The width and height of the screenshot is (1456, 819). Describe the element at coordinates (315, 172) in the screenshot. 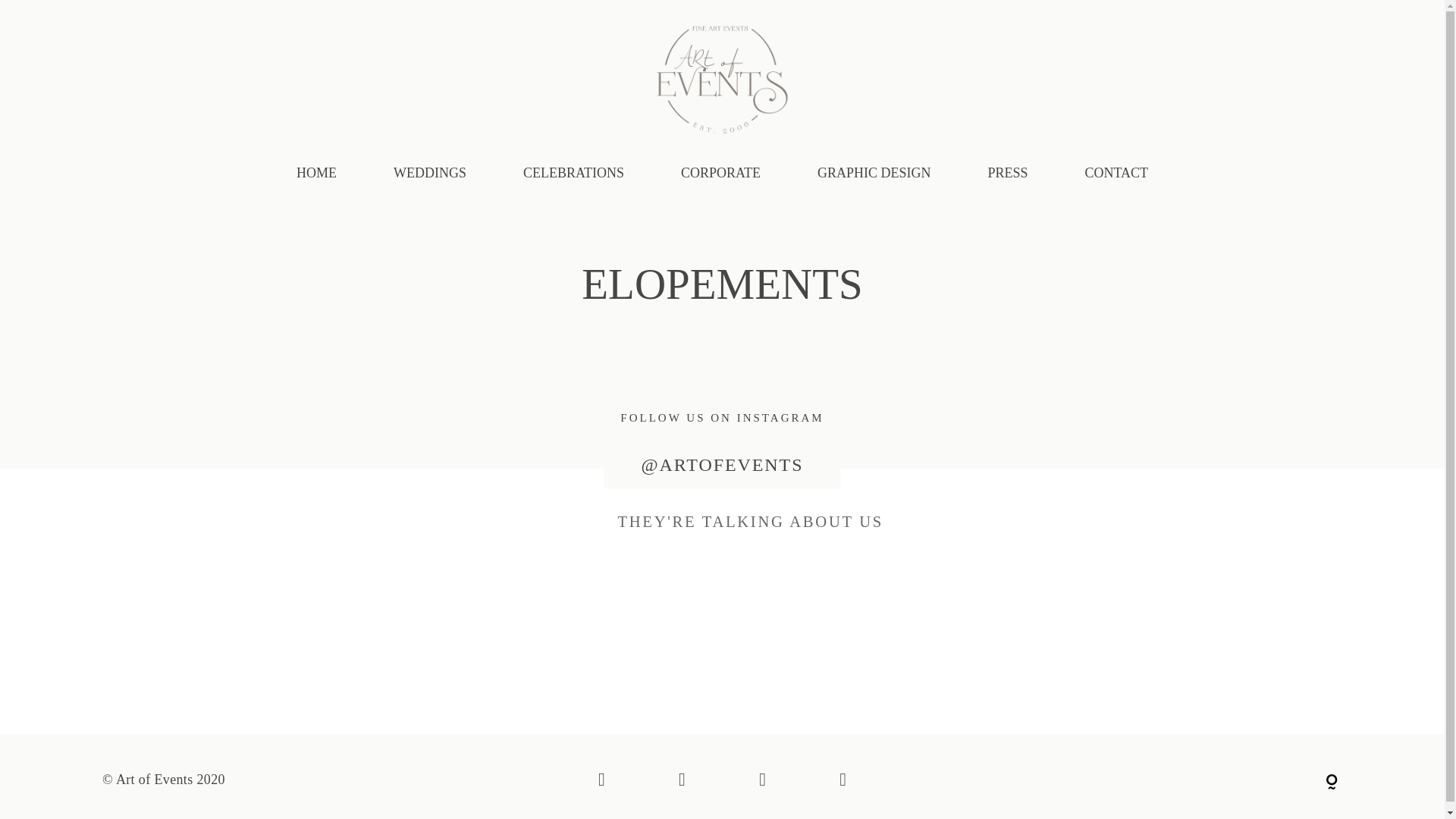

I see `'HOME'` at that location.